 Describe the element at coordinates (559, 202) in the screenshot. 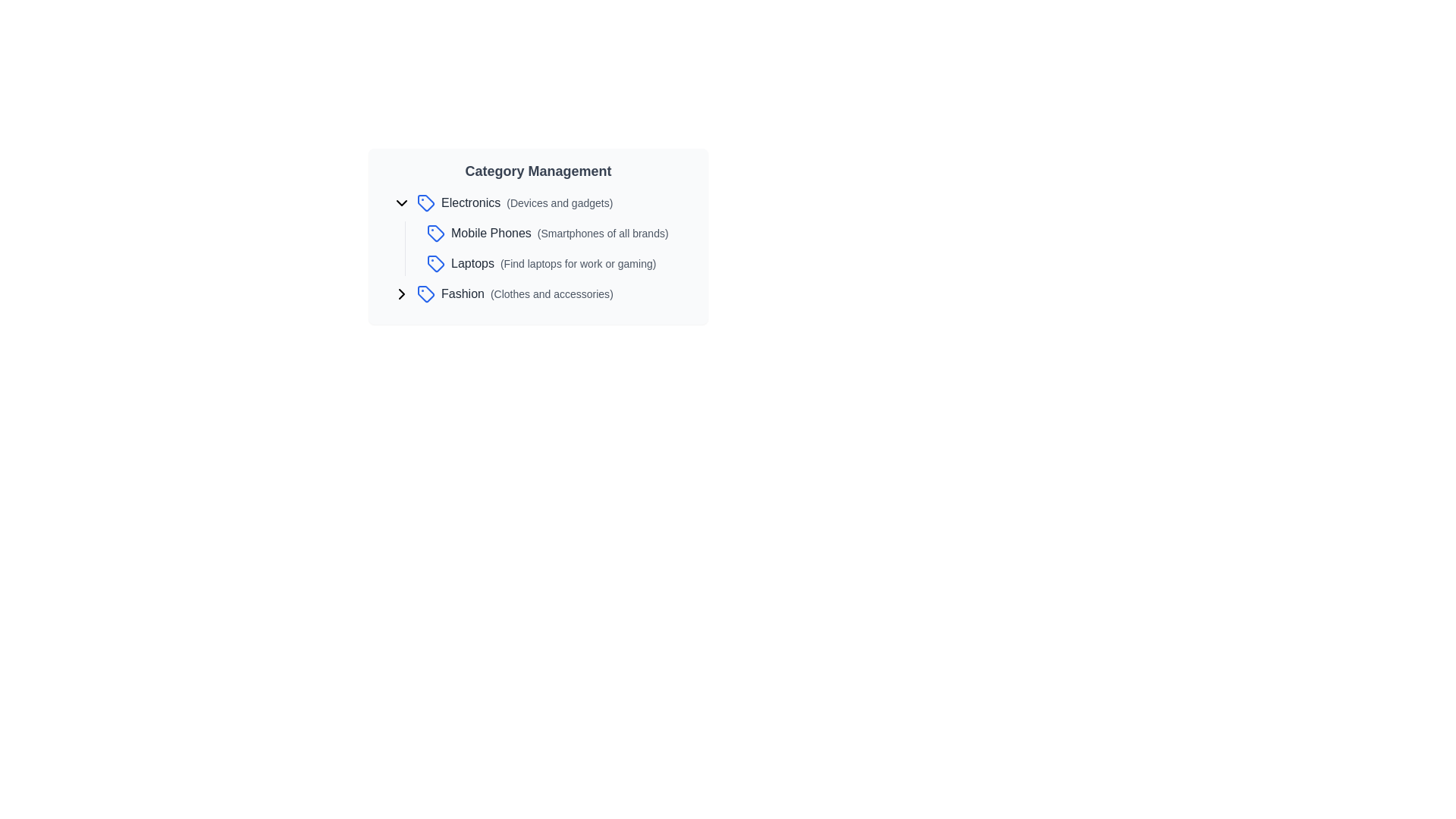

I see `the small text label displaying '(Devices and gadgets)' in a gray-colored font, located next to the 'Electronics' label within the 'Category Management' panel` at that location.